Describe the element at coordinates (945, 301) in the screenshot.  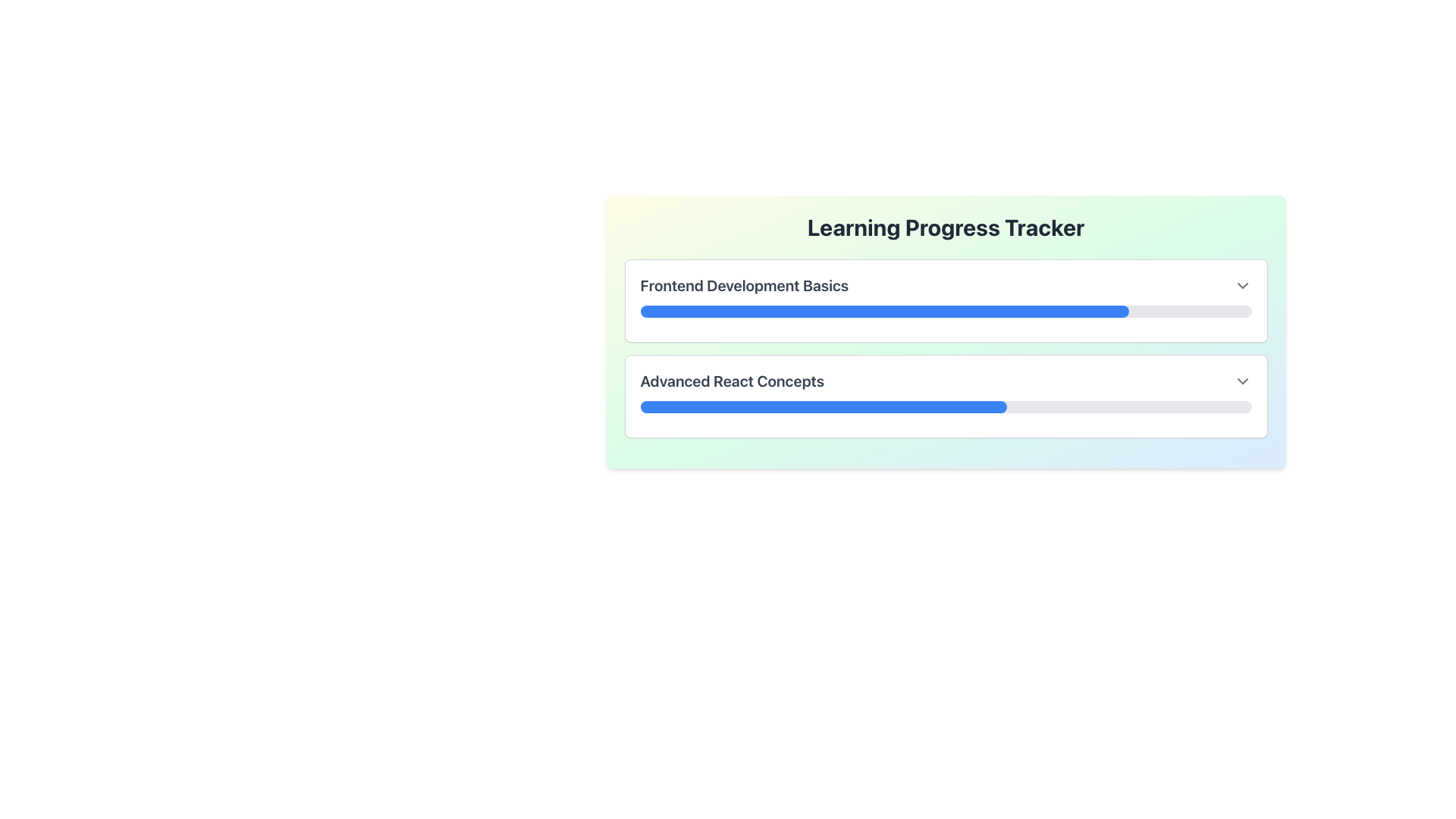
I see `the title of the progress tracker for 'Frontend Development Basics'` at that location.